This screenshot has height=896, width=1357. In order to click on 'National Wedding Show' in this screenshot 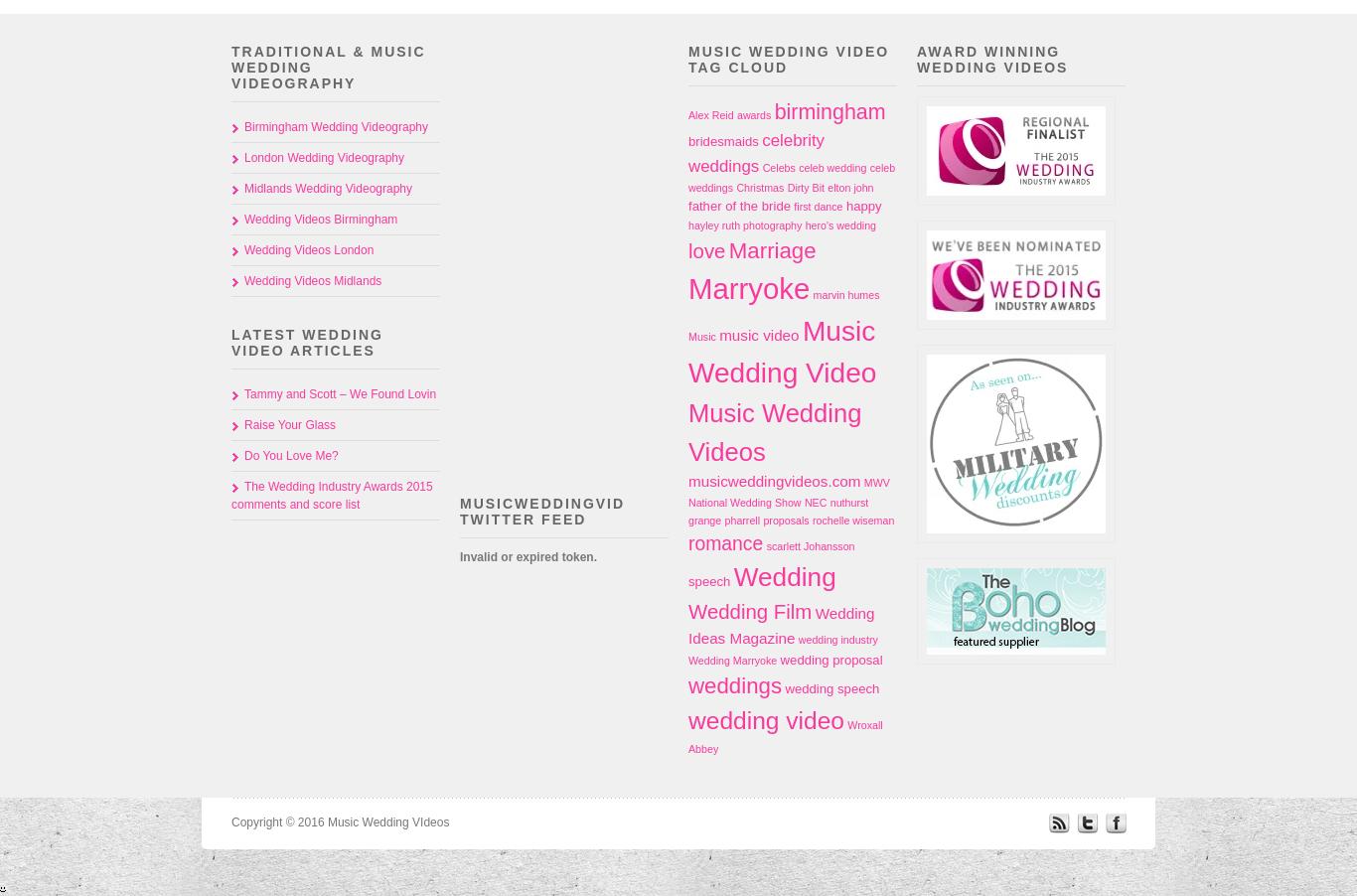, I will do `click(687, 501)`.